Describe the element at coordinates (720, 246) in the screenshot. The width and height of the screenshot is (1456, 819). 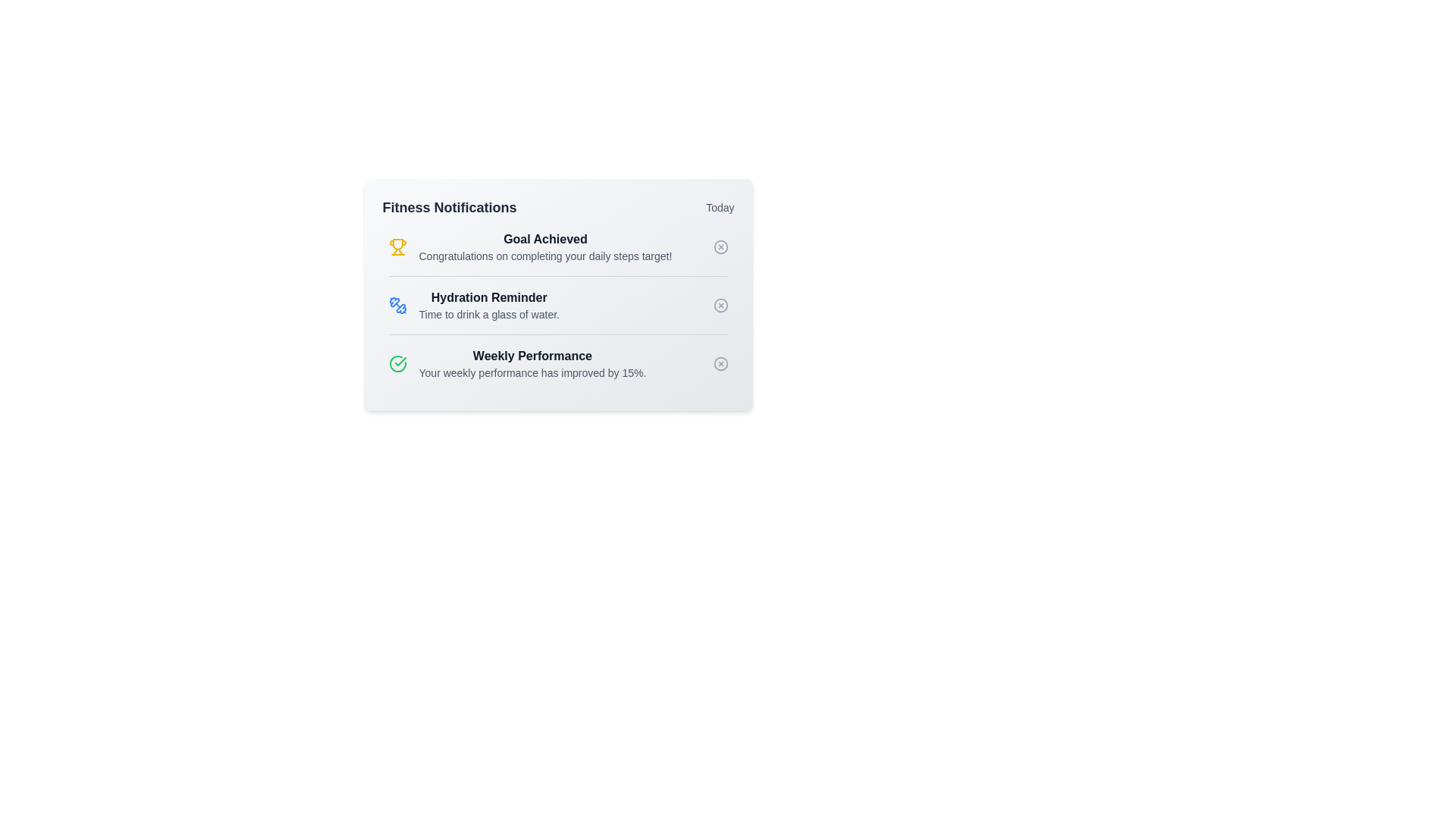
I see `the first circular SVG element located near the top right corner of the first notification item in the list` at that location.